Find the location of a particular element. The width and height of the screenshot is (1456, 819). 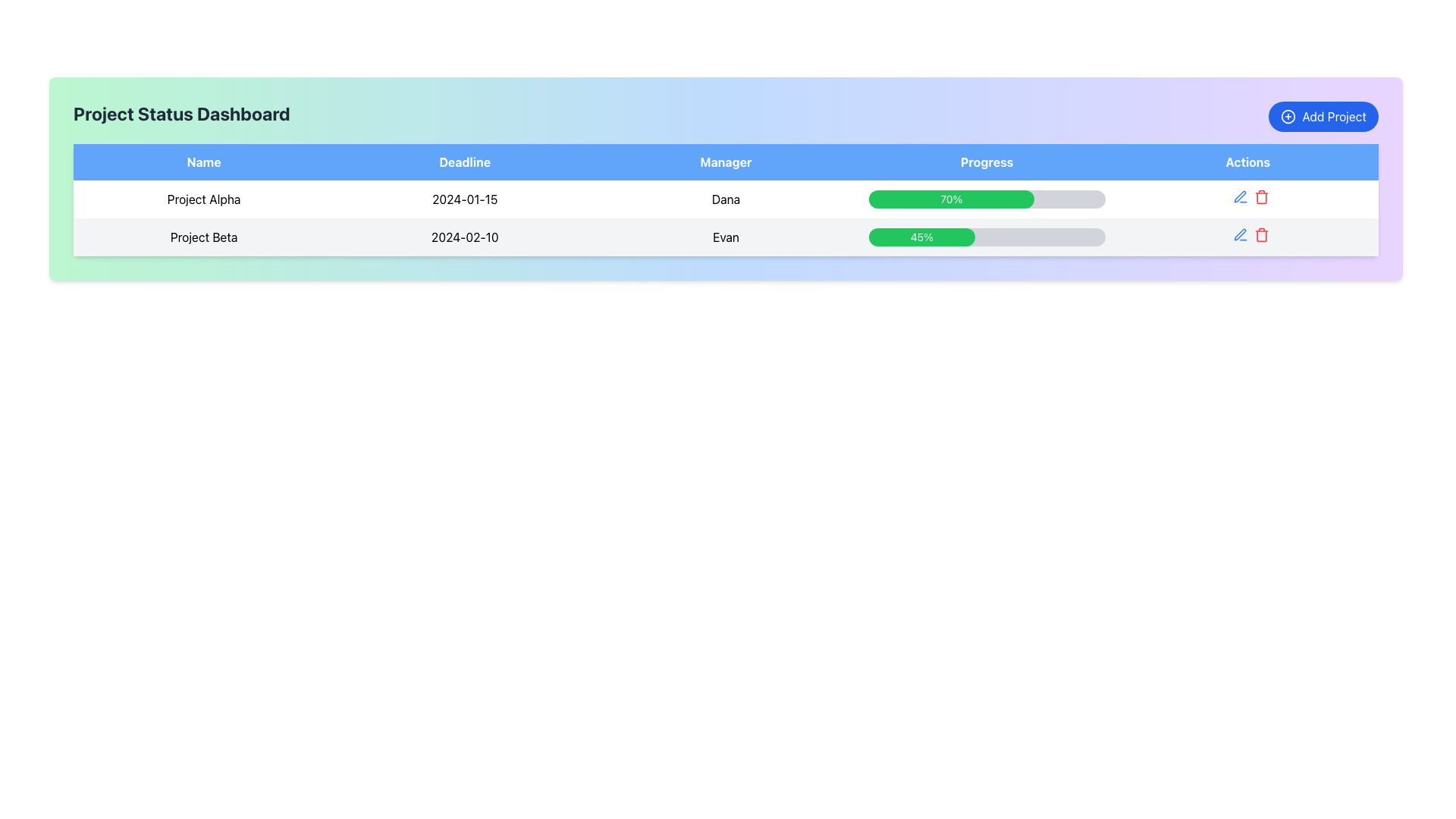

the progress value of the Progress bar for 'Project Beta', which indicates that the project is 45% complete, located in the second row of the table between the 'Manager' column and the 'Actions' column is located at coordinates (987, 237).